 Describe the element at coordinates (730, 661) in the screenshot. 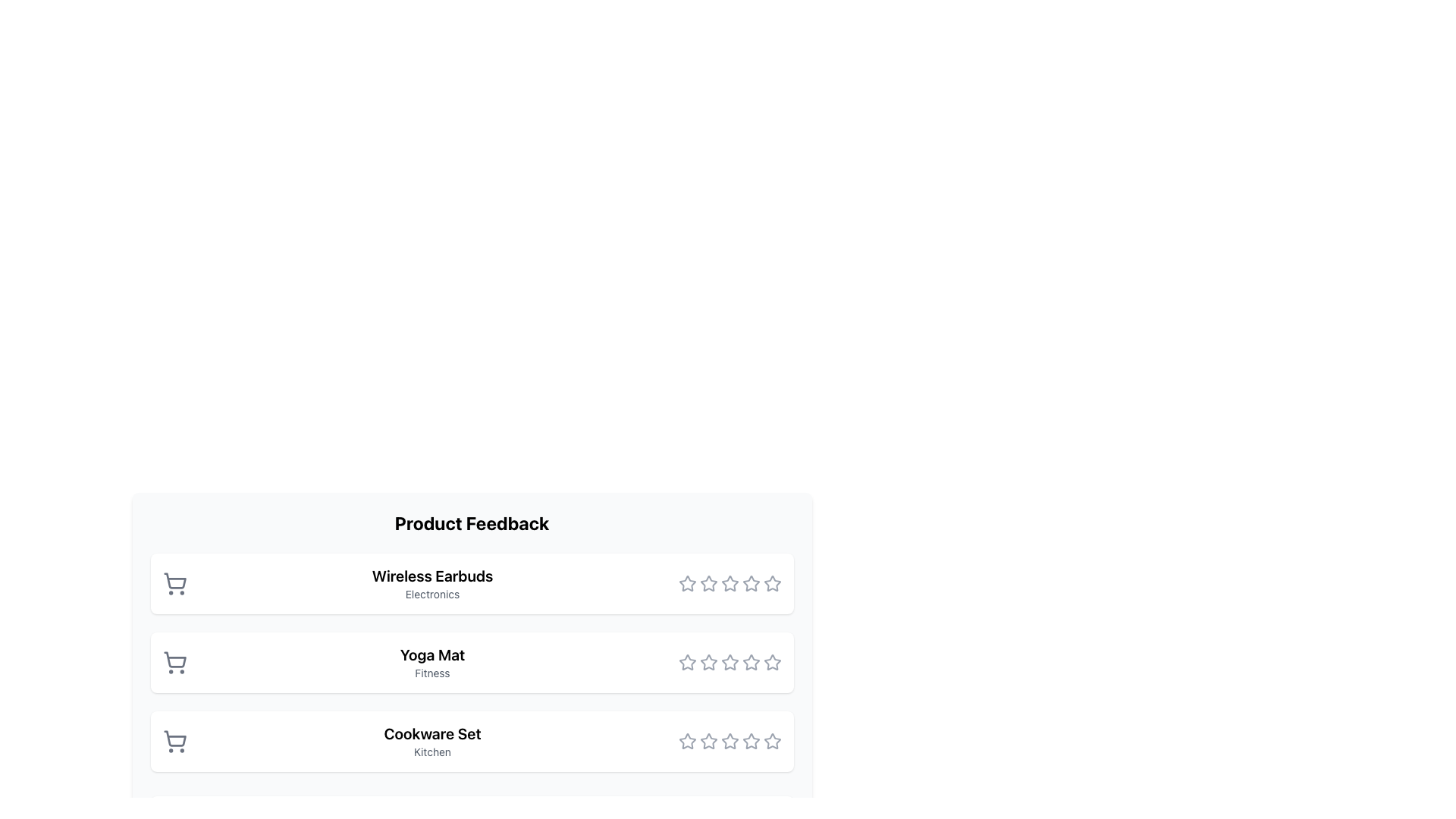

I see `the fourth star in the Rating star component for the 'Yoga Mat' item in the 'Product Feedback' section` at that location.